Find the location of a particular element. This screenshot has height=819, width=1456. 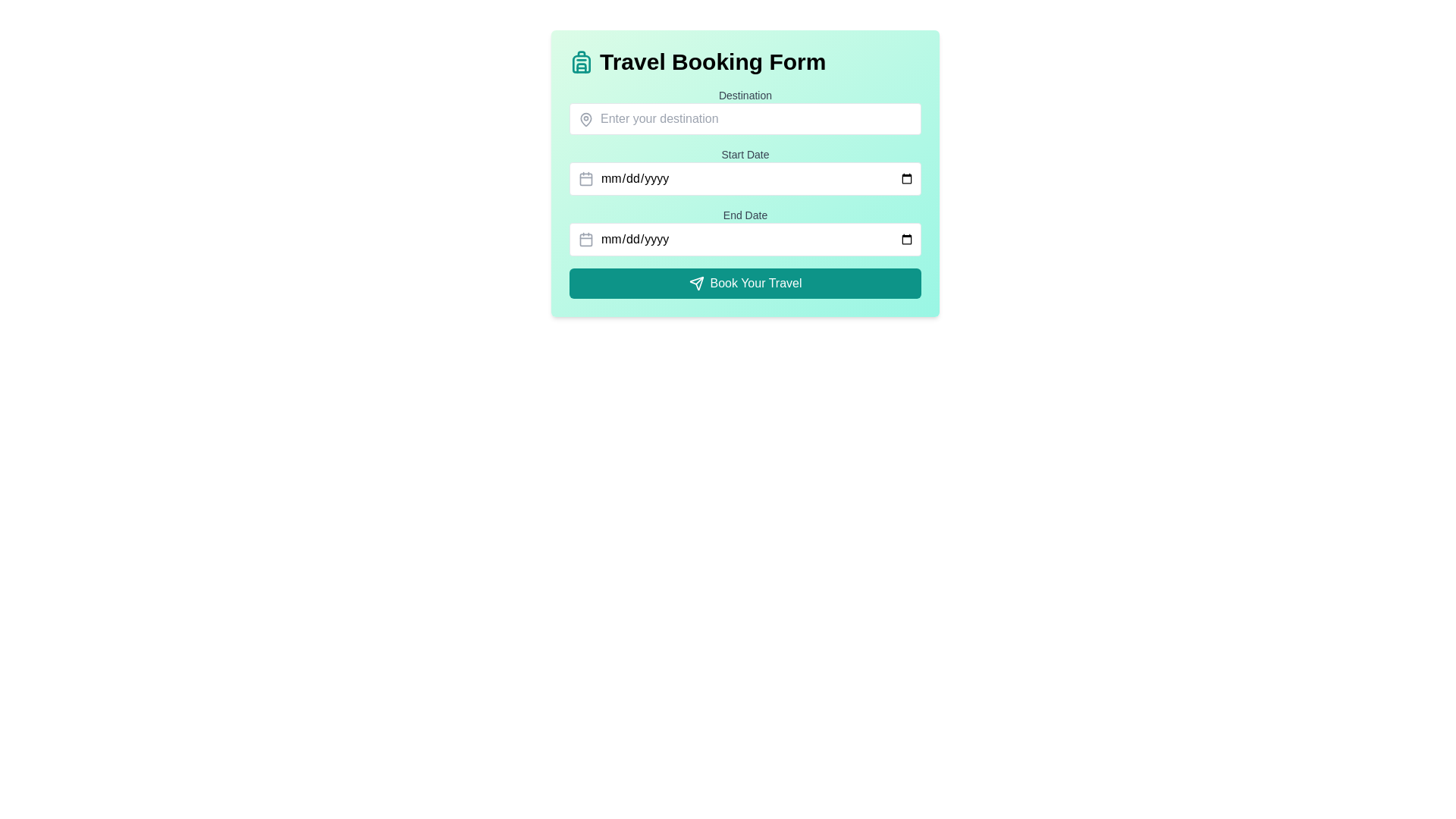

the 'Start Date' label, which displays the text in a small, bold, gray font, positioned above an input field with a calendar icon is located at coordinates (745, 155).